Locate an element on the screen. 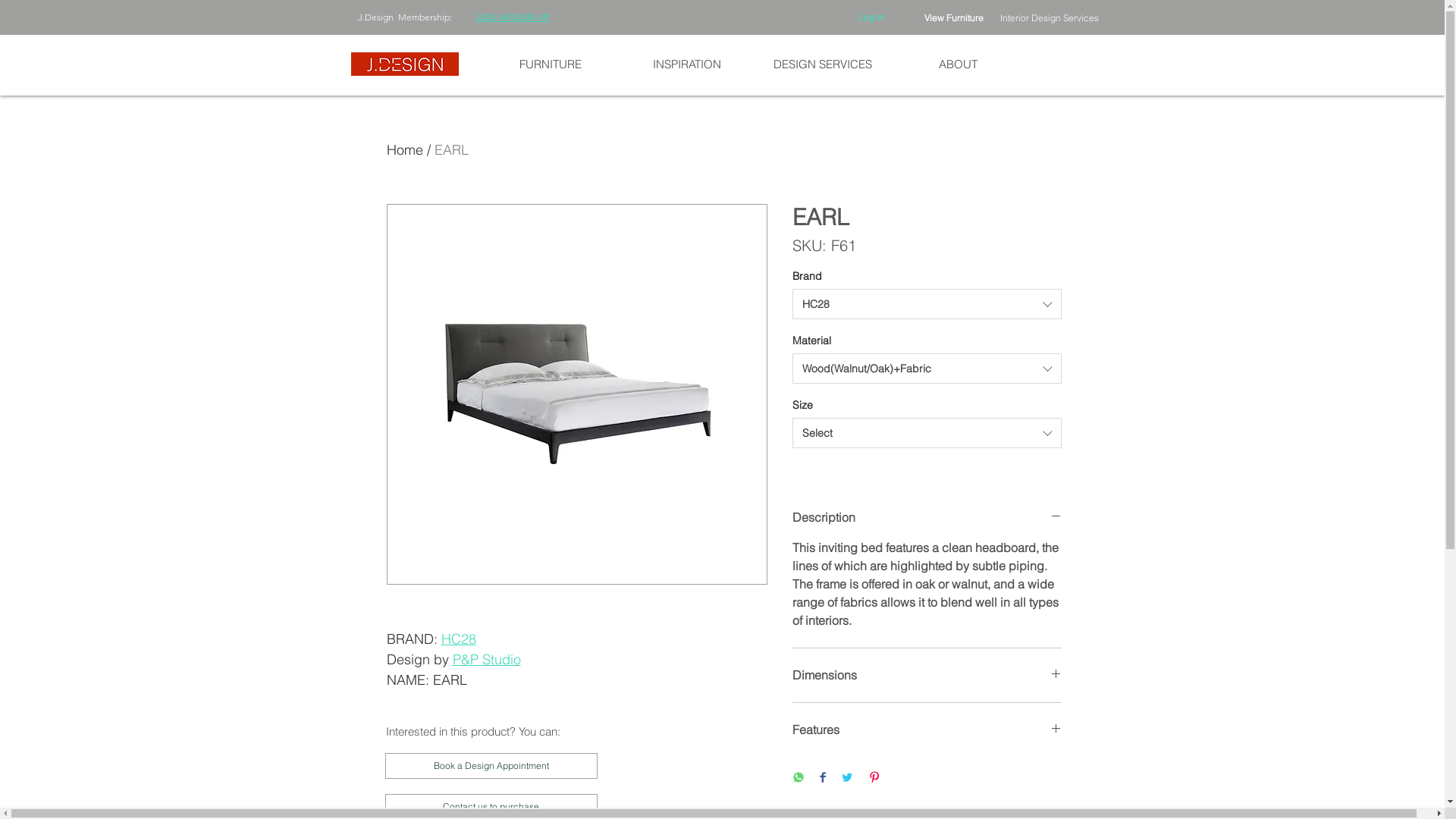 This screenshot has height=819, width=1456. 'EARL' is located at coordinates (432, 149).